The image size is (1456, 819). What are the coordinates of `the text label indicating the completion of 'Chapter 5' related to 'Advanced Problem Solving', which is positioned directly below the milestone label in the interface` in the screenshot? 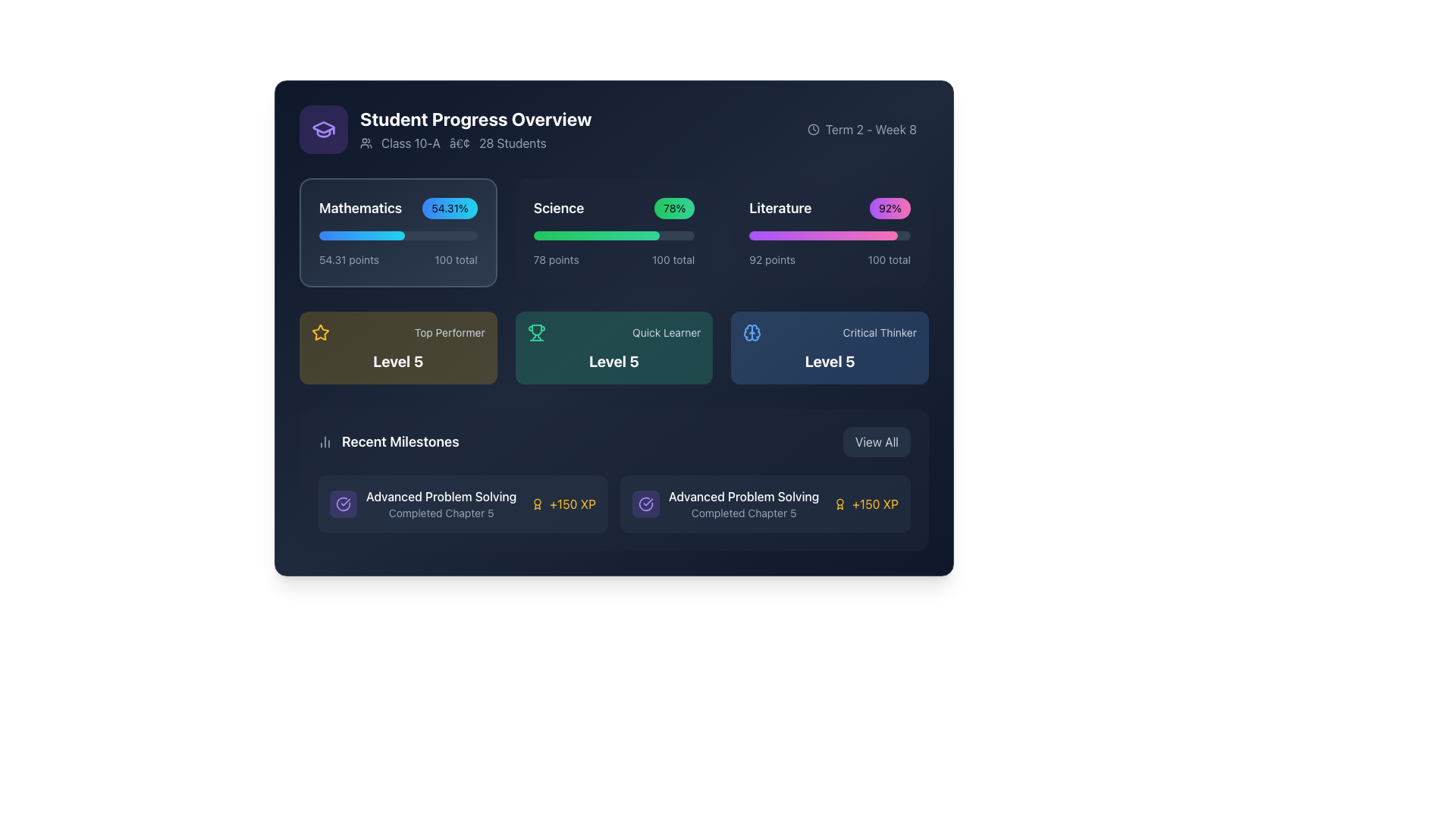 It's located at (441, 513).